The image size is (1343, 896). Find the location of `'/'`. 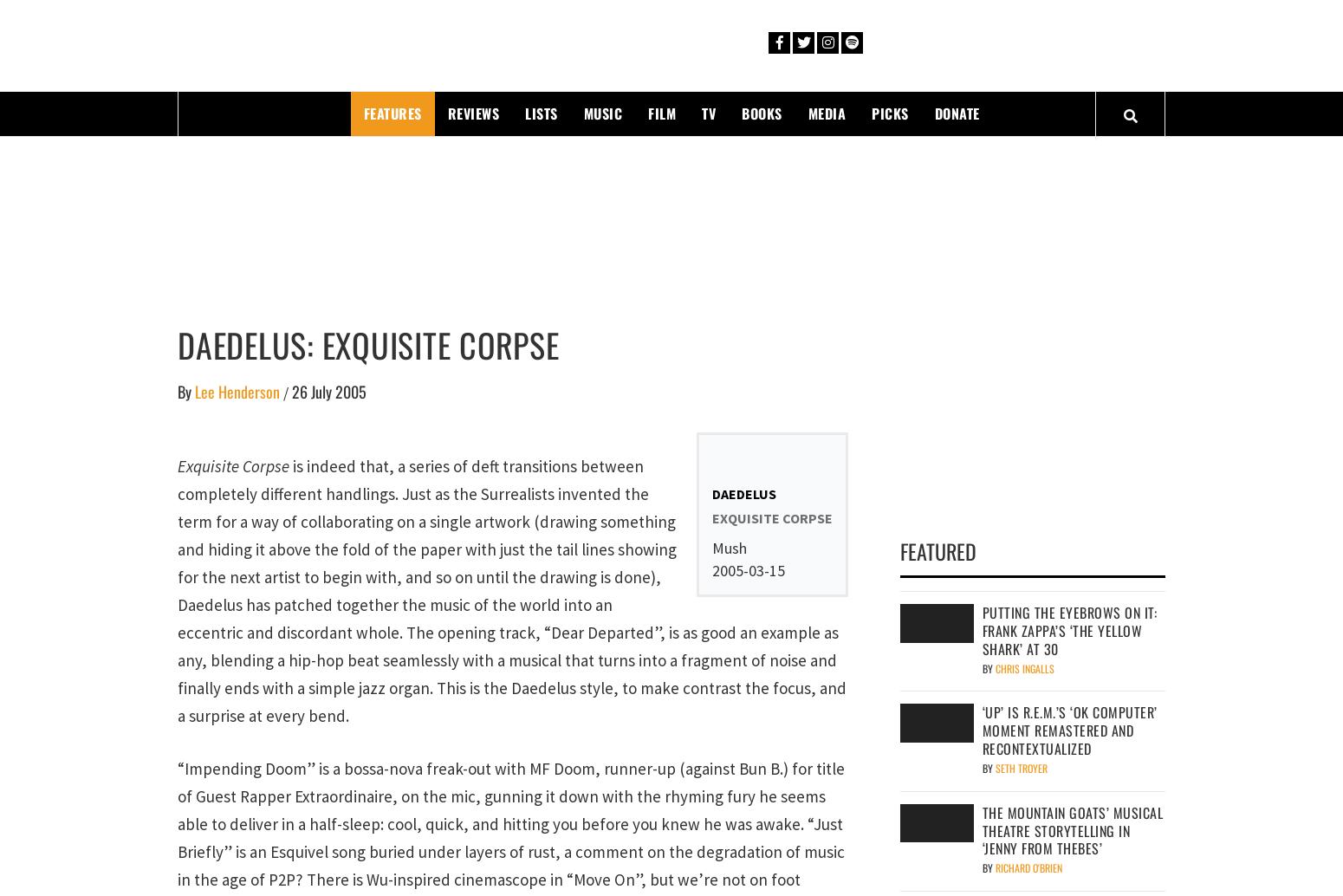

'/' is located at coordinates (284, 392).